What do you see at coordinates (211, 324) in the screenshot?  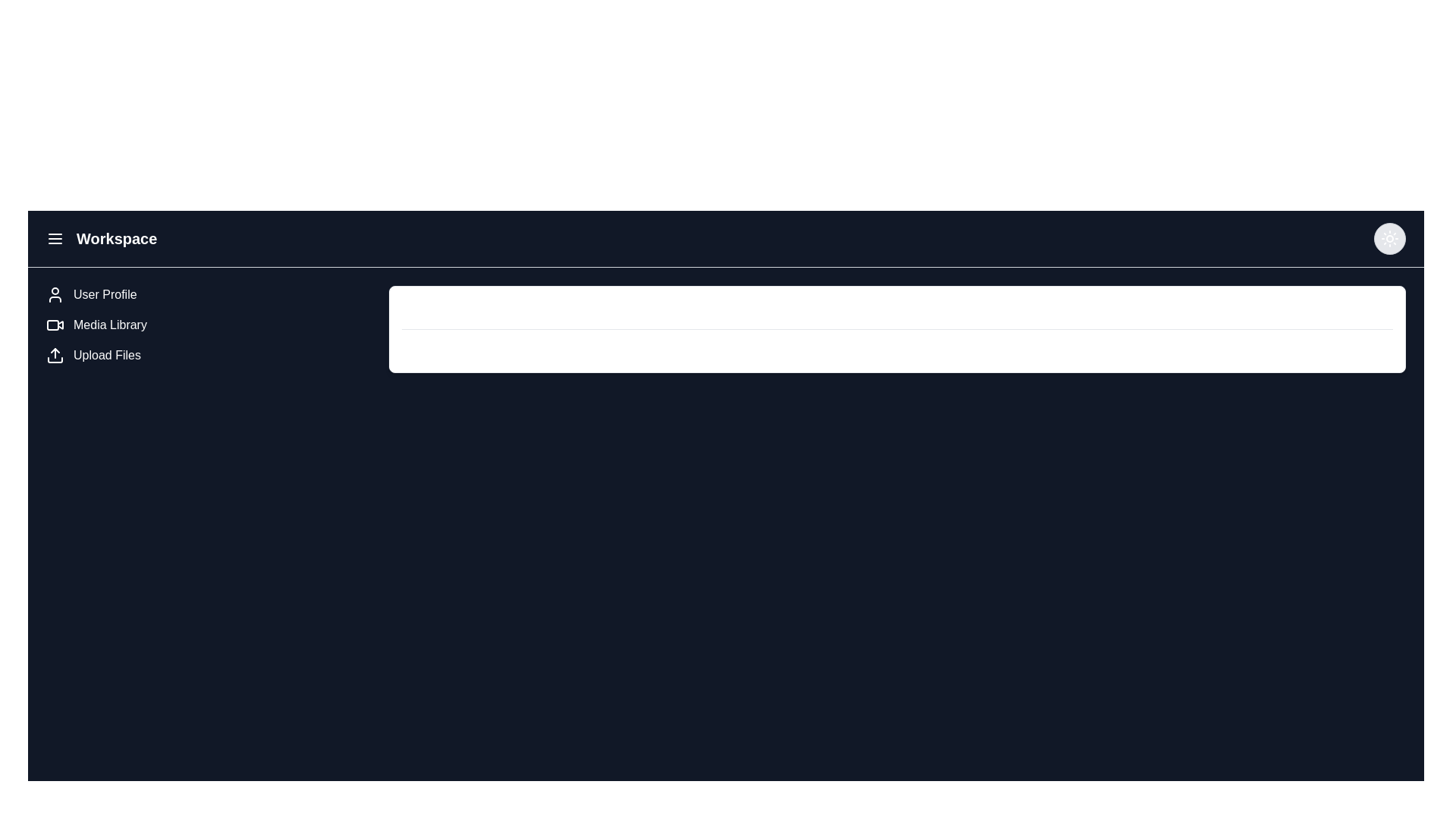 I see `the second navigation item labeled for accessing the Media Library section, positioned below 'User Profile' and above 'Upload Files' in the left navigation panel` at bounding box center [211, 324].